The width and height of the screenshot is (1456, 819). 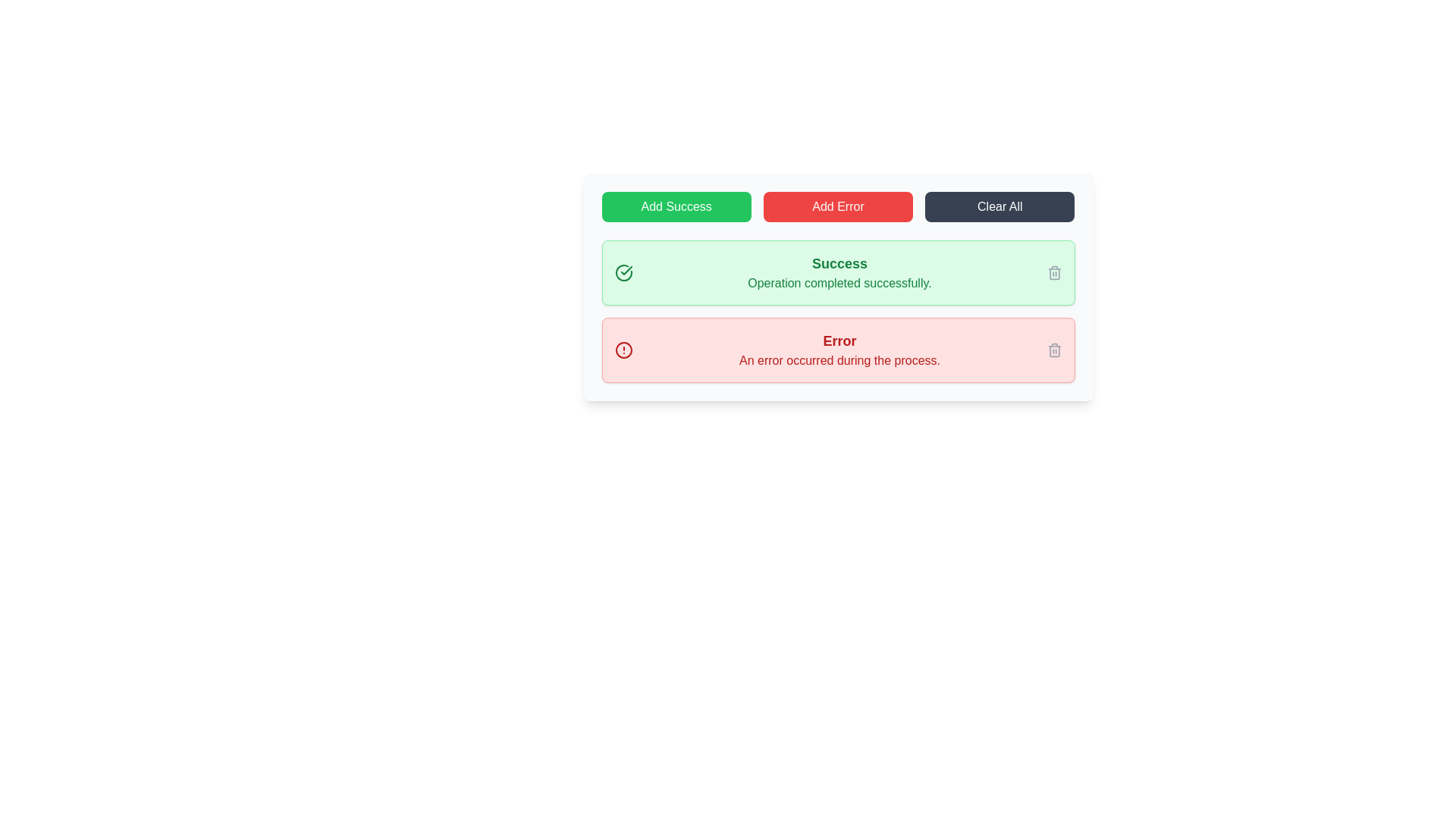 I want to click on error message displayed as 'An error occurred during the process.' in a bold red font, located below the 'Error' header text, so click(x=839, y=360).